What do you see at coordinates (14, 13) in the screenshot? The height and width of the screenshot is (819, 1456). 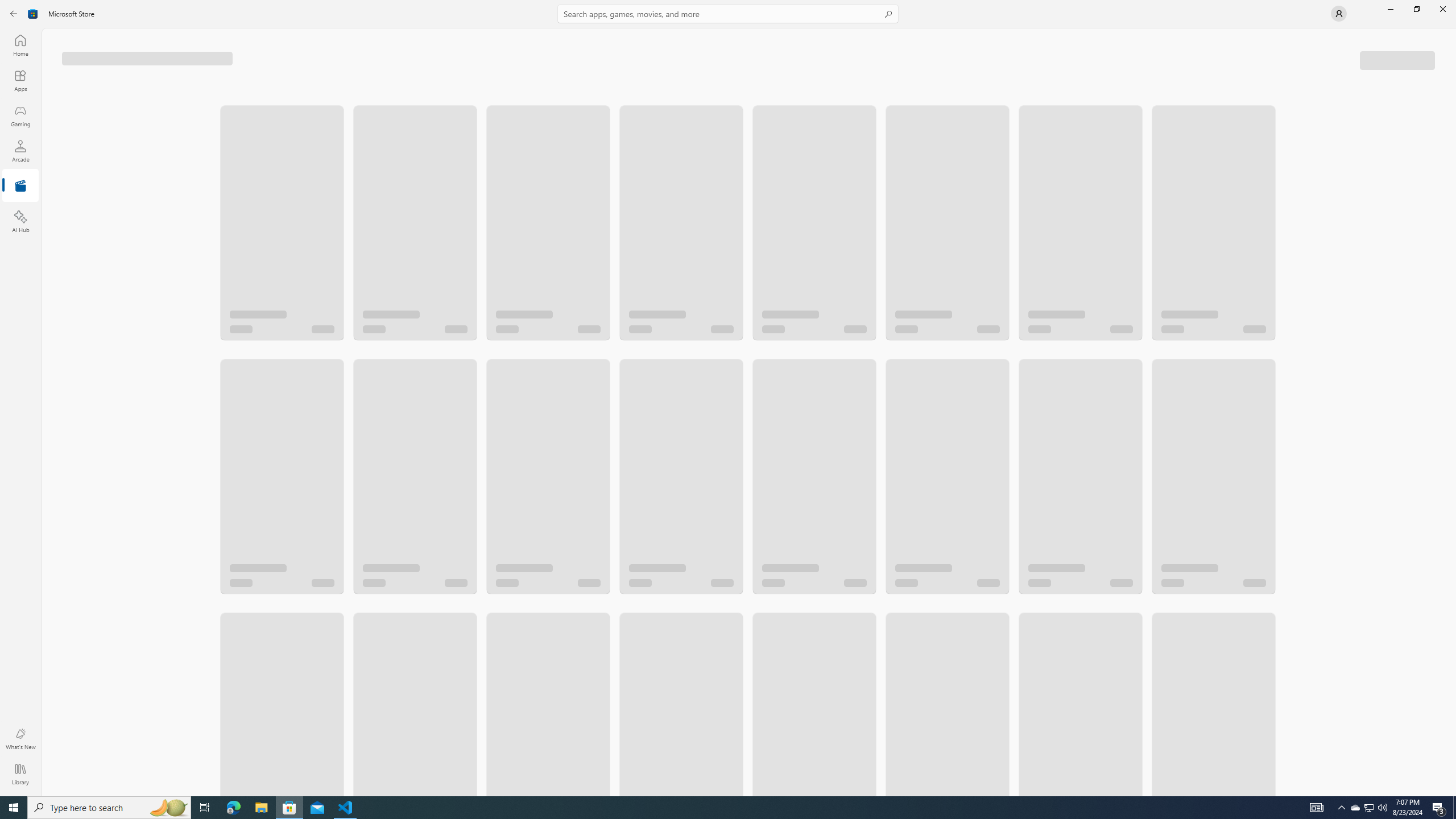 I see `'Back'` at bounding box center [14, 13].